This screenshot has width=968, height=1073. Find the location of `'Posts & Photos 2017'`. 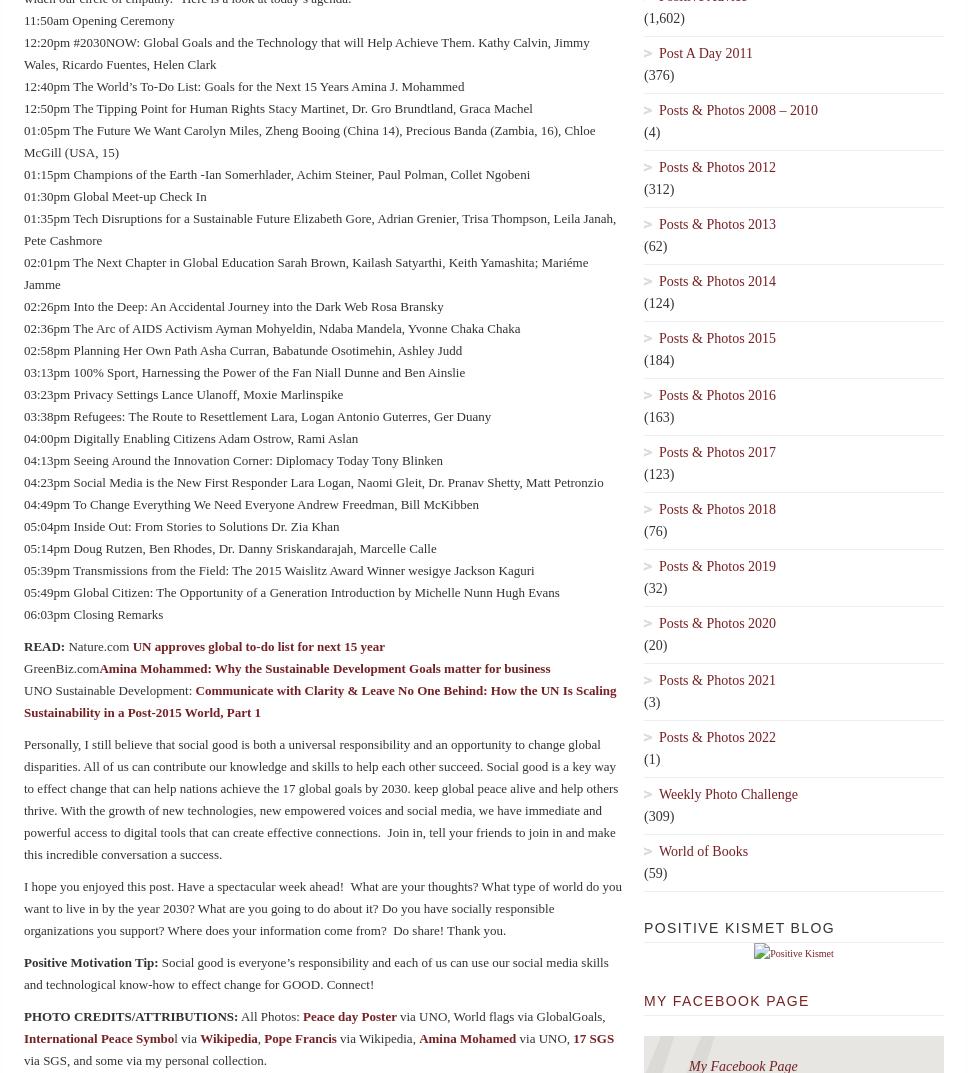

'Posts & Photos 2017' is located at coordinates (716, 452).